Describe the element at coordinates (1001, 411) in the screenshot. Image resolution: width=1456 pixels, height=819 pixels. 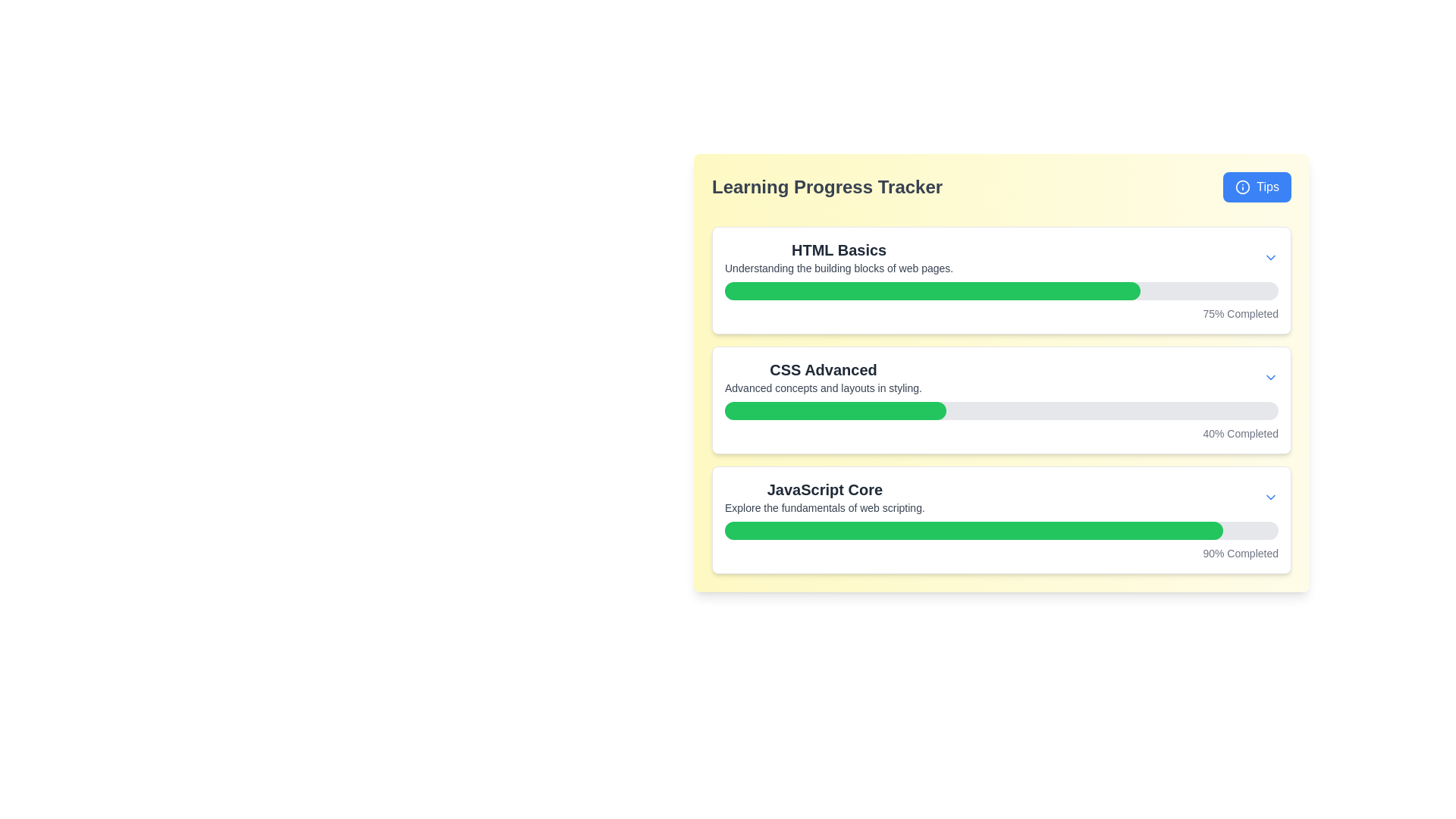
I see `progress bar located beneath the text 'CSS Advanced' and above the '40% Completed' label, which is characterized by a light gray background and a green filled portion representing 40% completion` at that location.